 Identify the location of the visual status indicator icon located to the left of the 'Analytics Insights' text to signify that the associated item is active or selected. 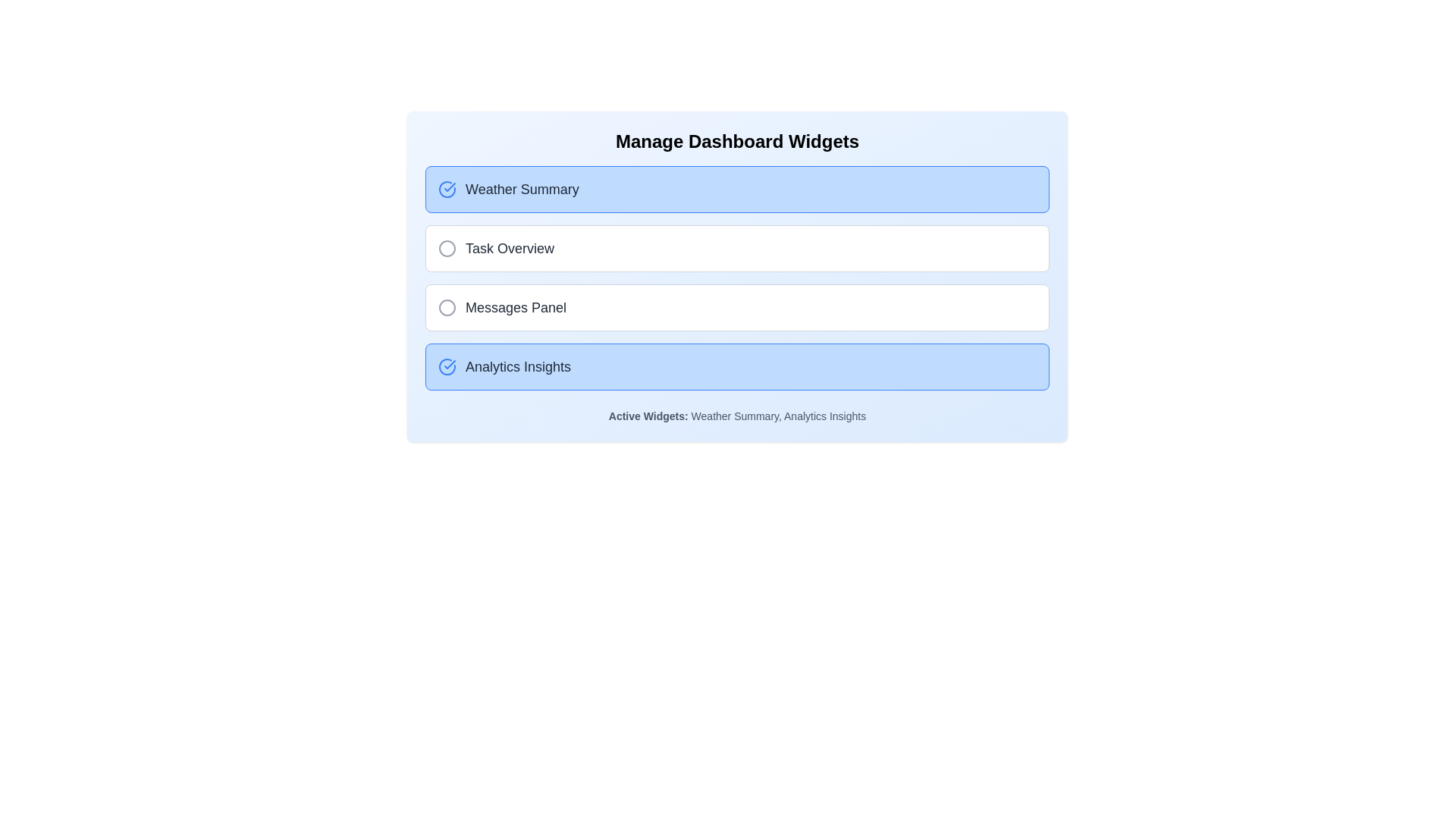
(447, 366).